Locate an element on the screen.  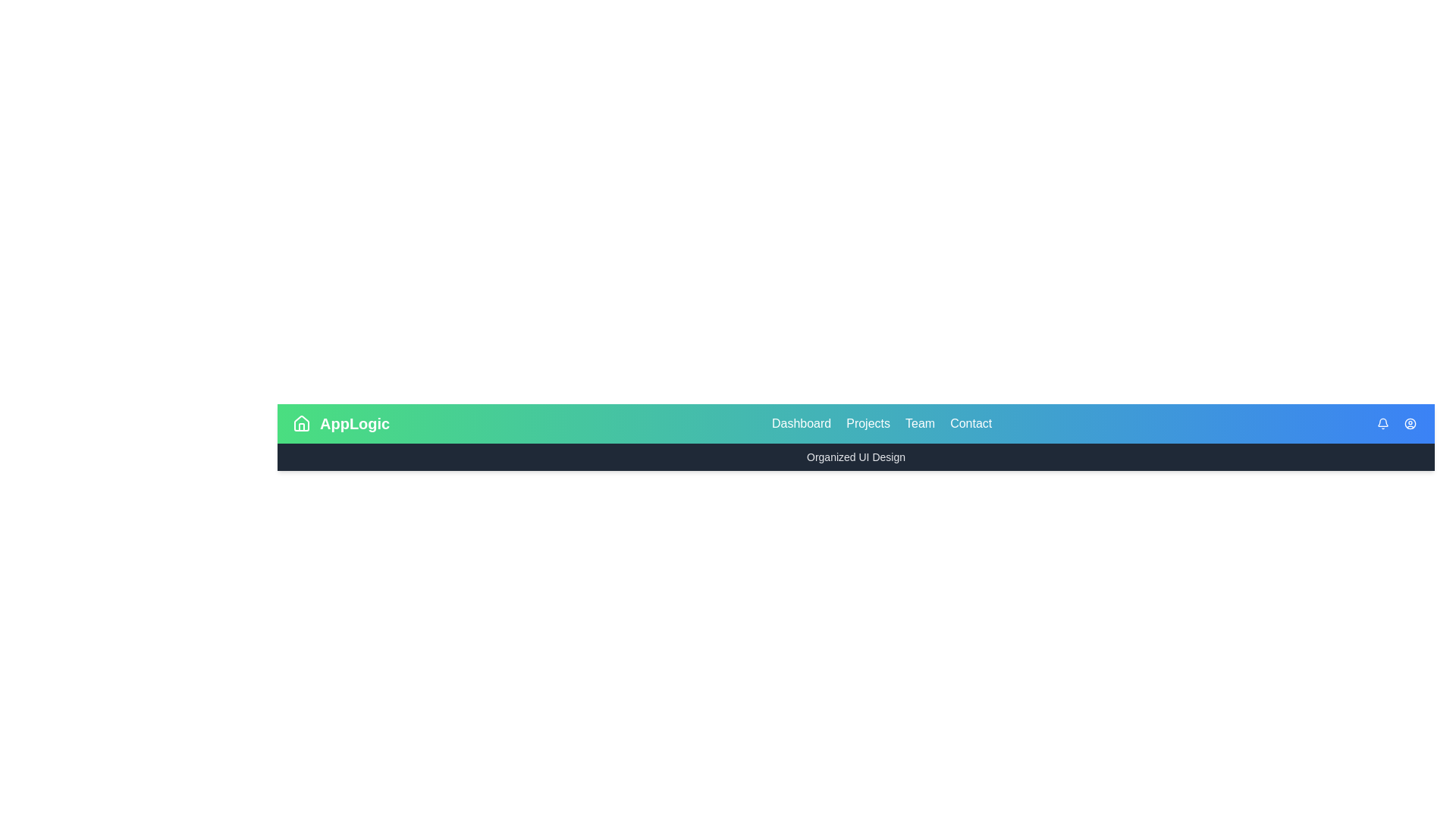
the interactive element Team to observe the visual response is located at coordinates (919, 424).